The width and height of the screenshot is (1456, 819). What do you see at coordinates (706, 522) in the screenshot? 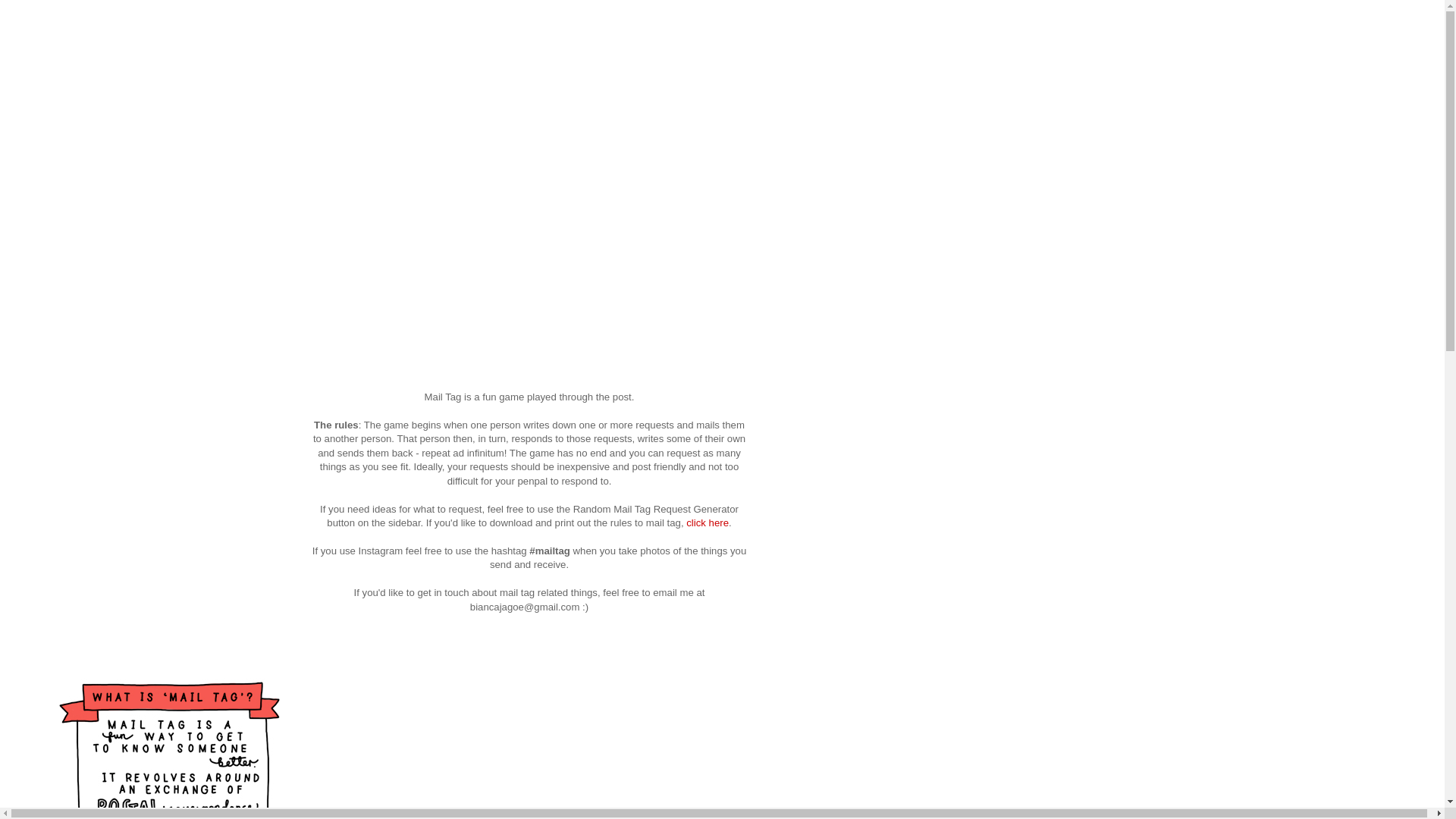
I see `'click here'` at bounding box center [706, 522].